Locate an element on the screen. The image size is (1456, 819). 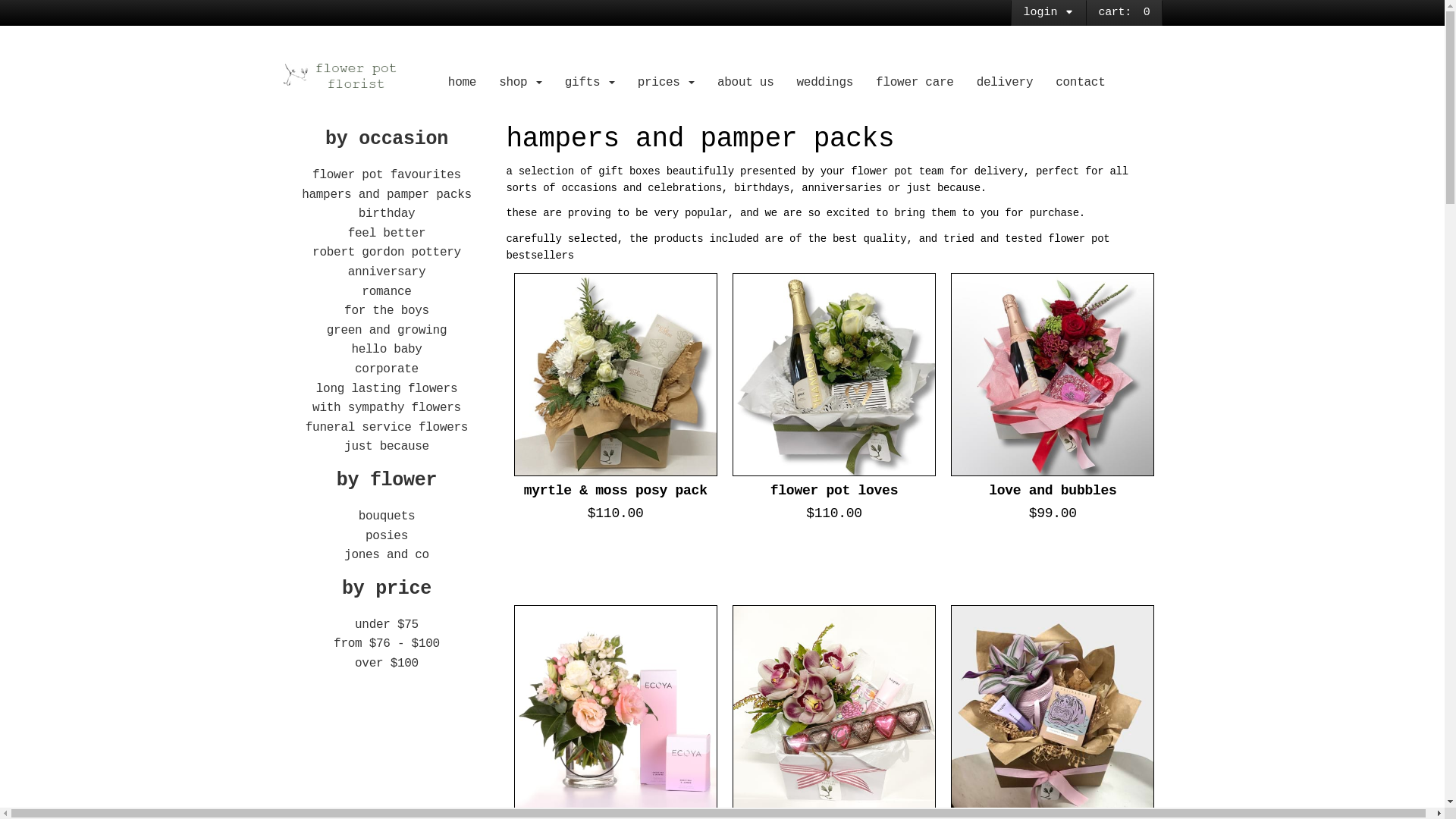
'from $76 - $100' is located at coordinates (386, 643).